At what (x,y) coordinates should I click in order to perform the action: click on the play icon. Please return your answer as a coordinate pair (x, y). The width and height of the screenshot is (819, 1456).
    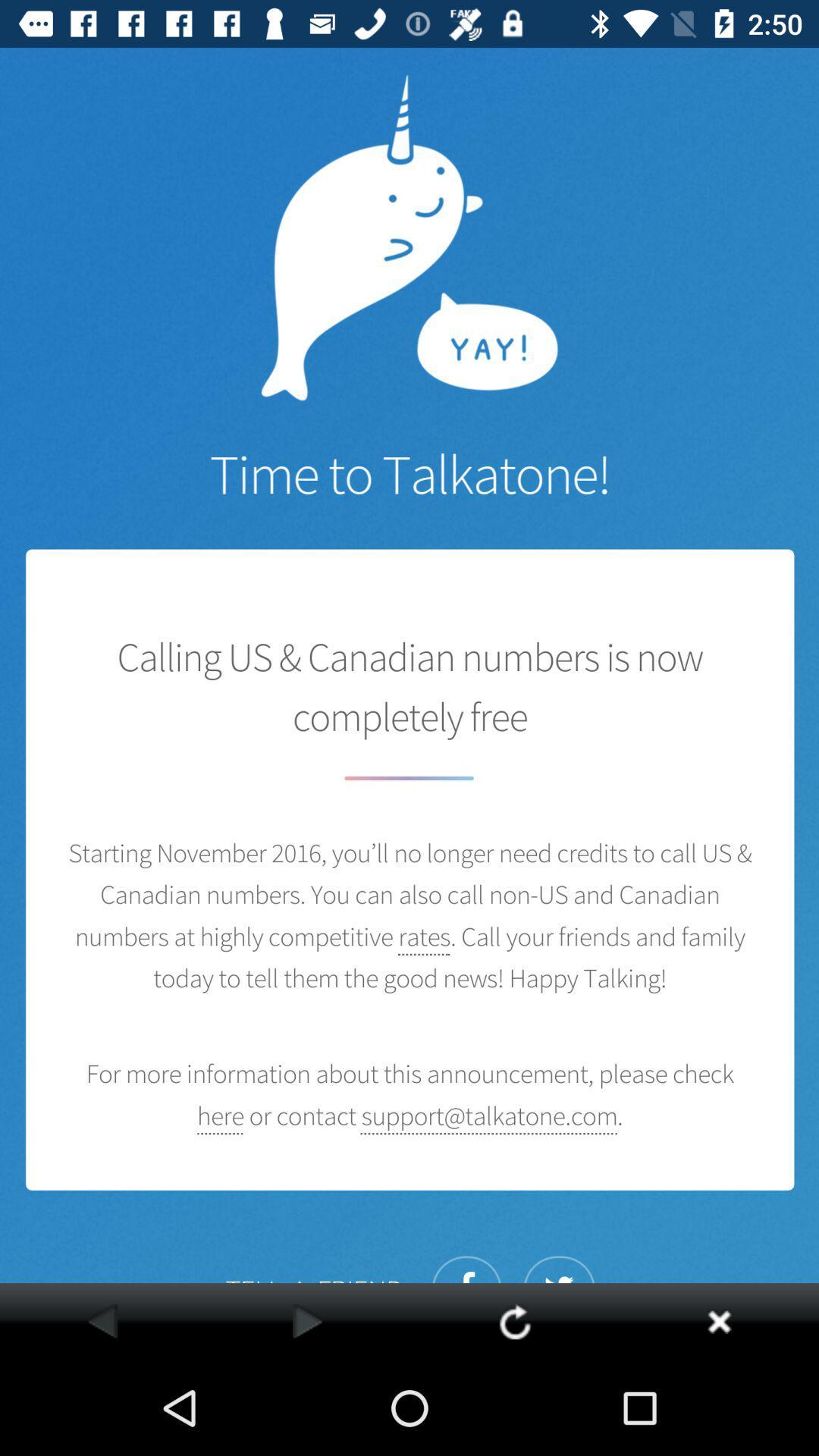
    Looking at the image, I should click on (307, 1320).